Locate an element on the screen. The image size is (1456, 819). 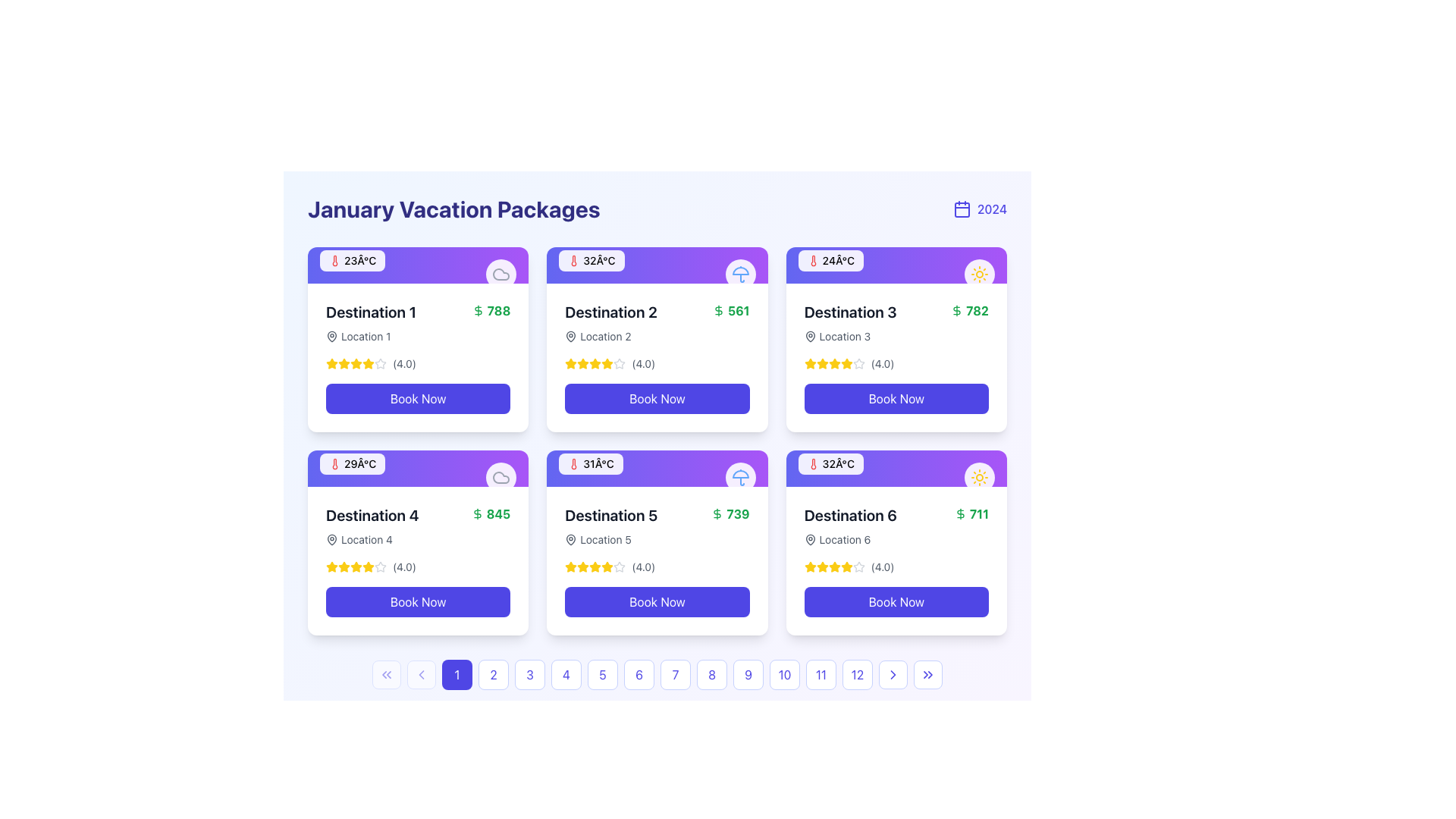
the right-pointing double chevron icon within the rounded button in the pagination bar is located at coordinates (927, 674).